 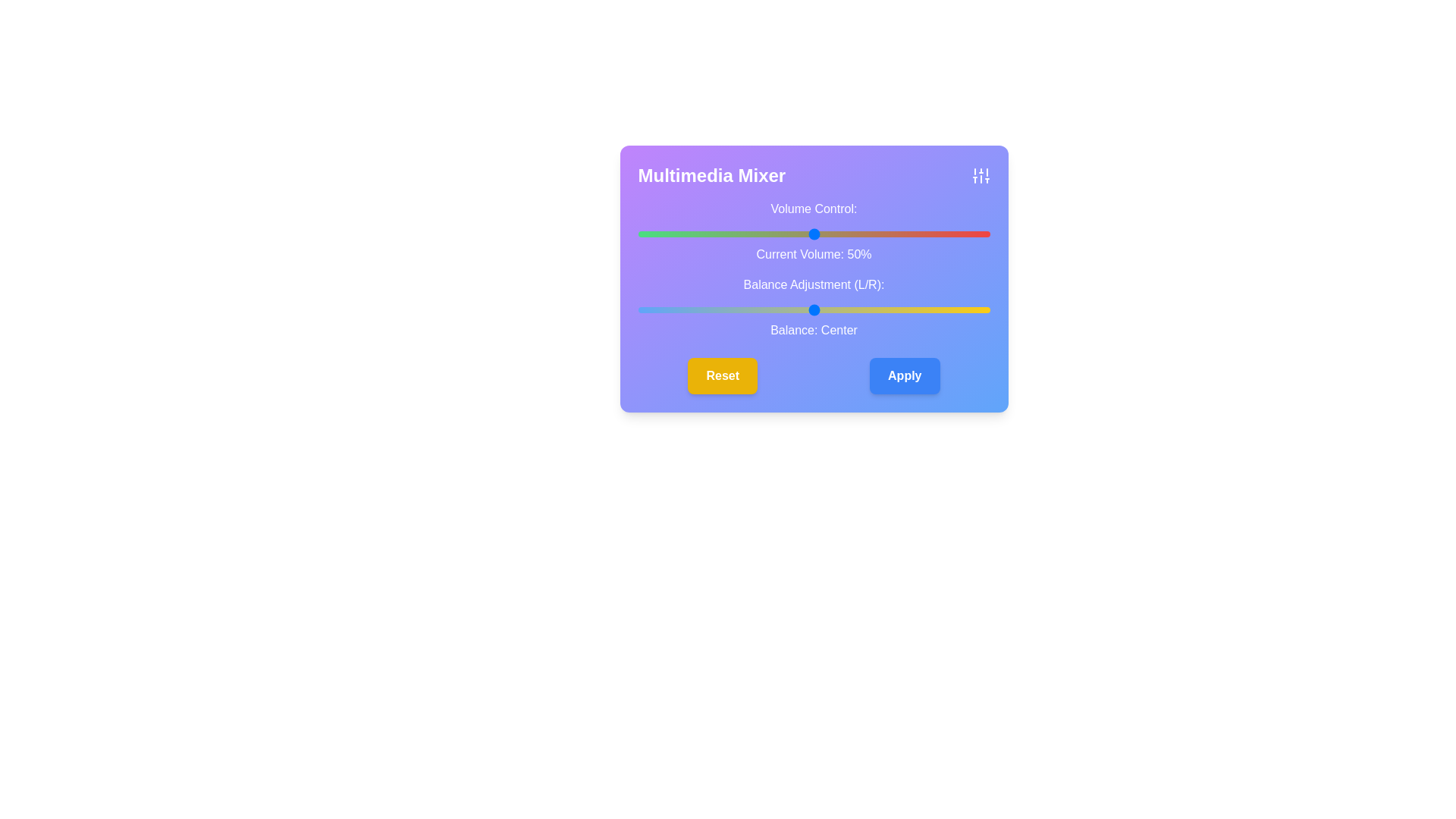 What do you see at coordinates (859, 309) in the screenshot?
I see `the balance slider to set the audio balance to 13` at bounding box center [859, 309].